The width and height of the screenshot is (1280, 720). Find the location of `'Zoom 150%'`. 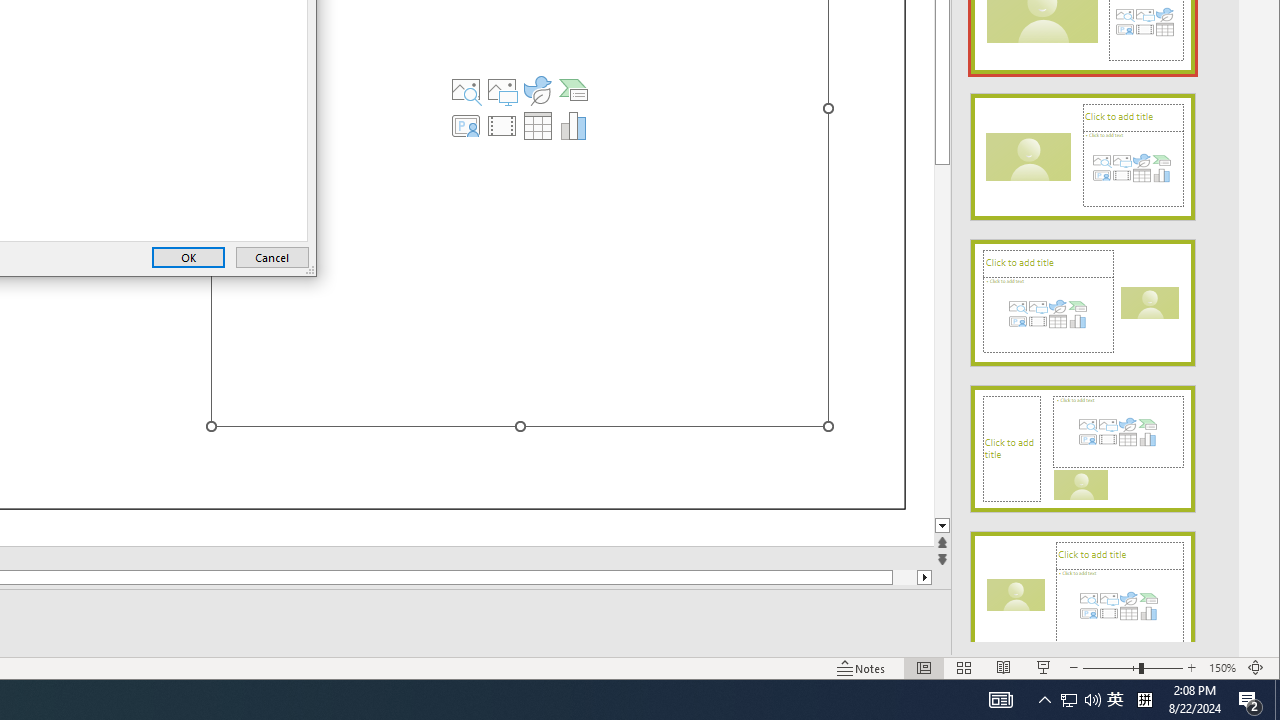

'Zoom 150%' is located at coordinates (1221, 668).